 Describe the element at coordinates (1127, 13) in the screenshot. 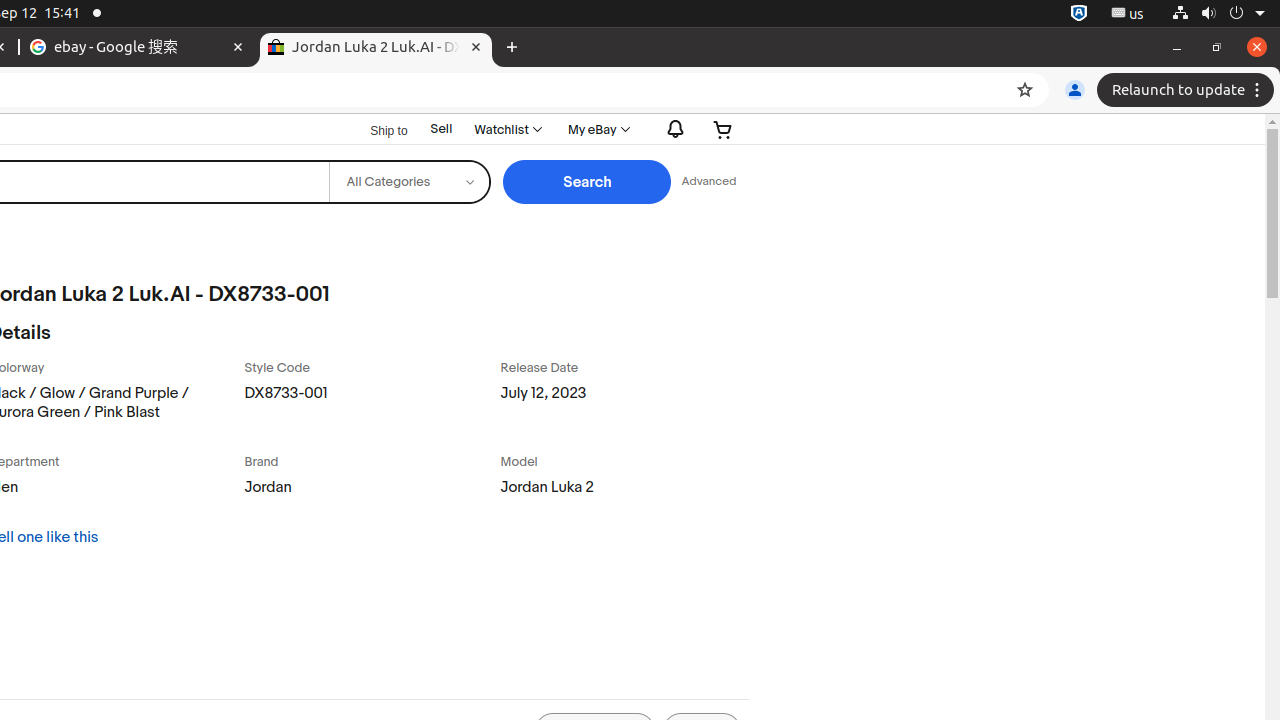

I see `':1.21/StatusNotifierItem'` at that location.